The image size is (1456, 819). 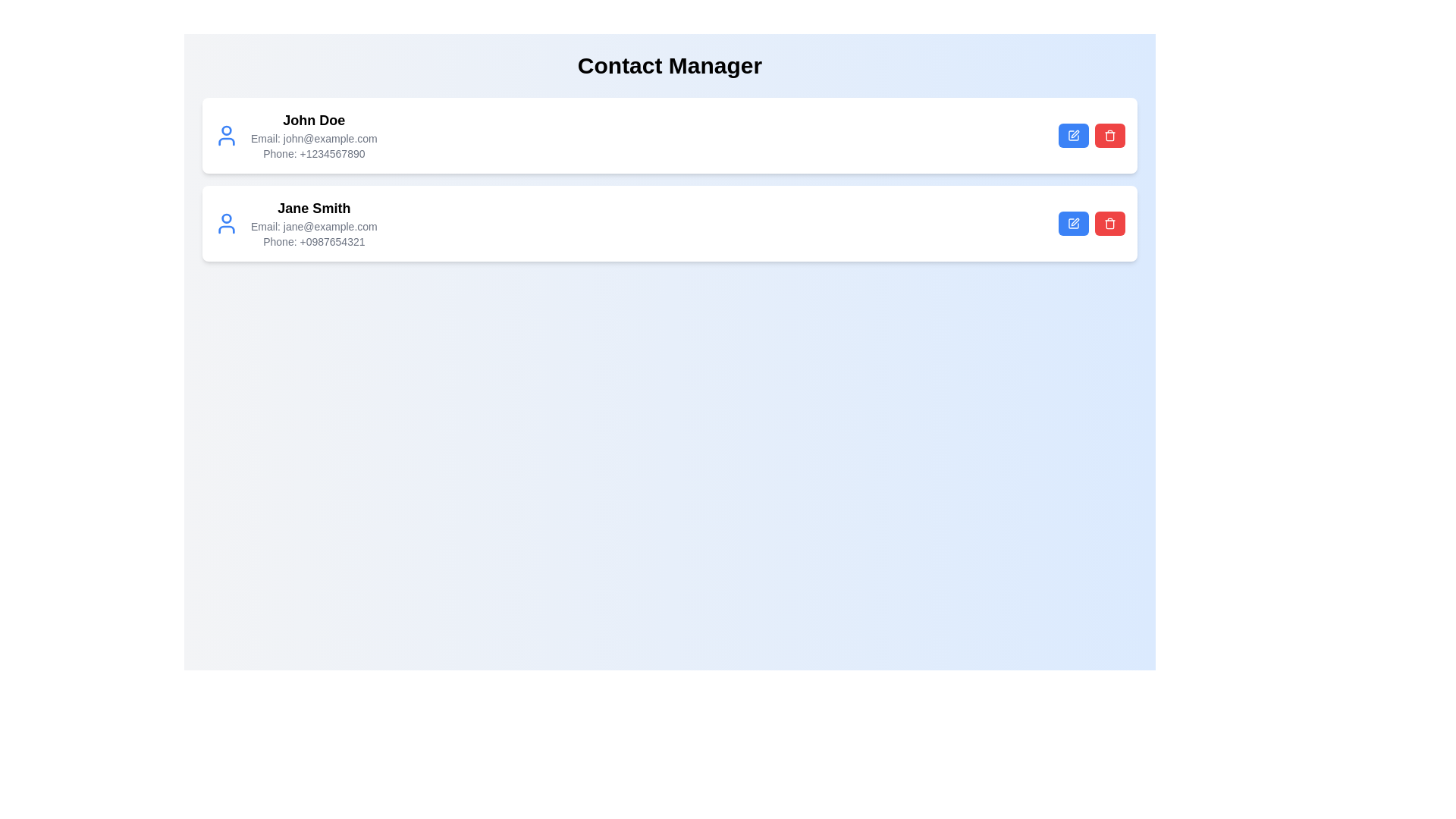 I want to click on the blue edit button with a white pen icon located in the second row of the list, to the left of the red trash button, to observe its hover effect, so click(x=1073, y=223).